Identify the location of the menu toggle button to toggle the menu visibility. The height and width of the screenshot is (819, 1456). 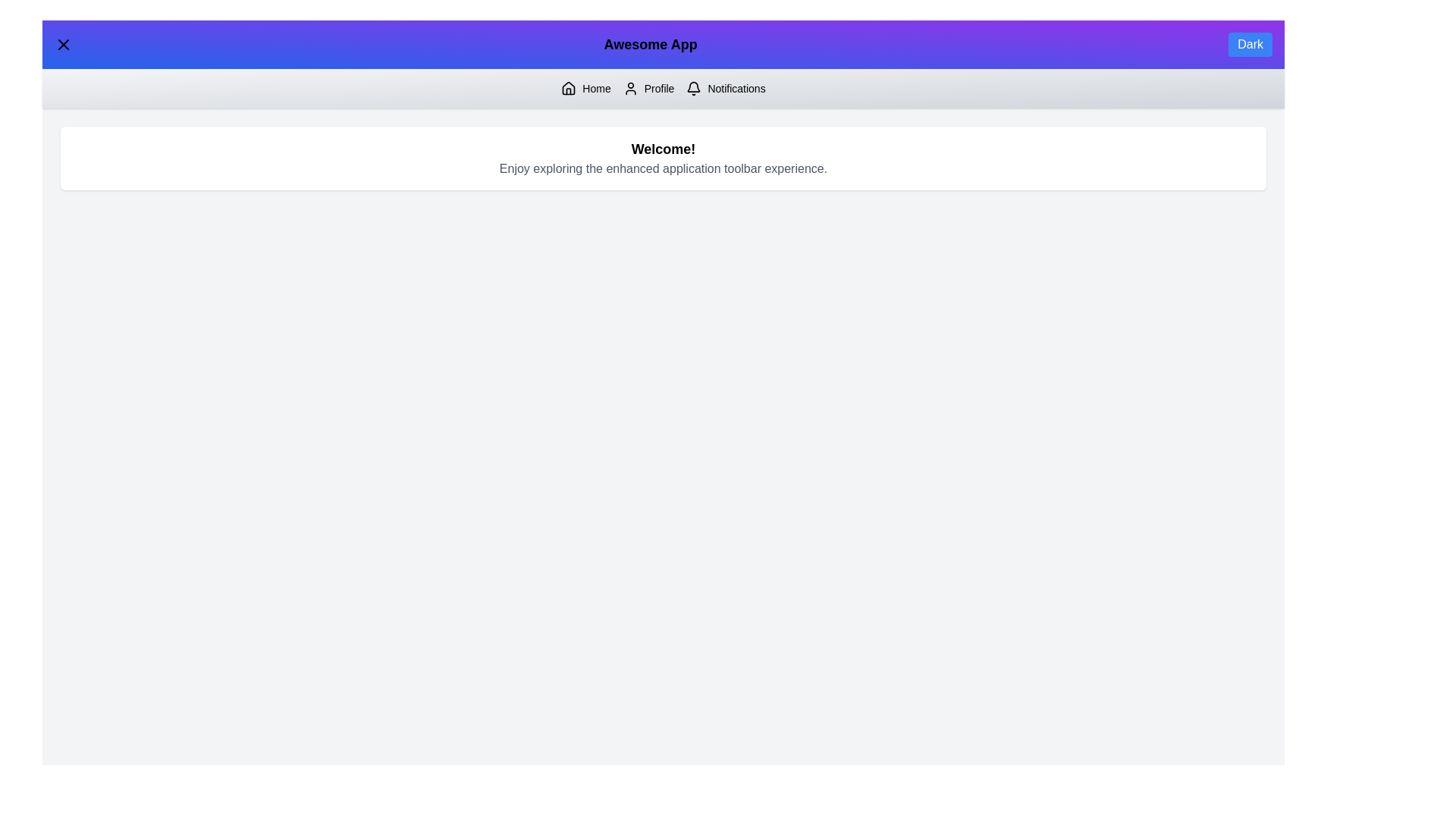
(62, 43).